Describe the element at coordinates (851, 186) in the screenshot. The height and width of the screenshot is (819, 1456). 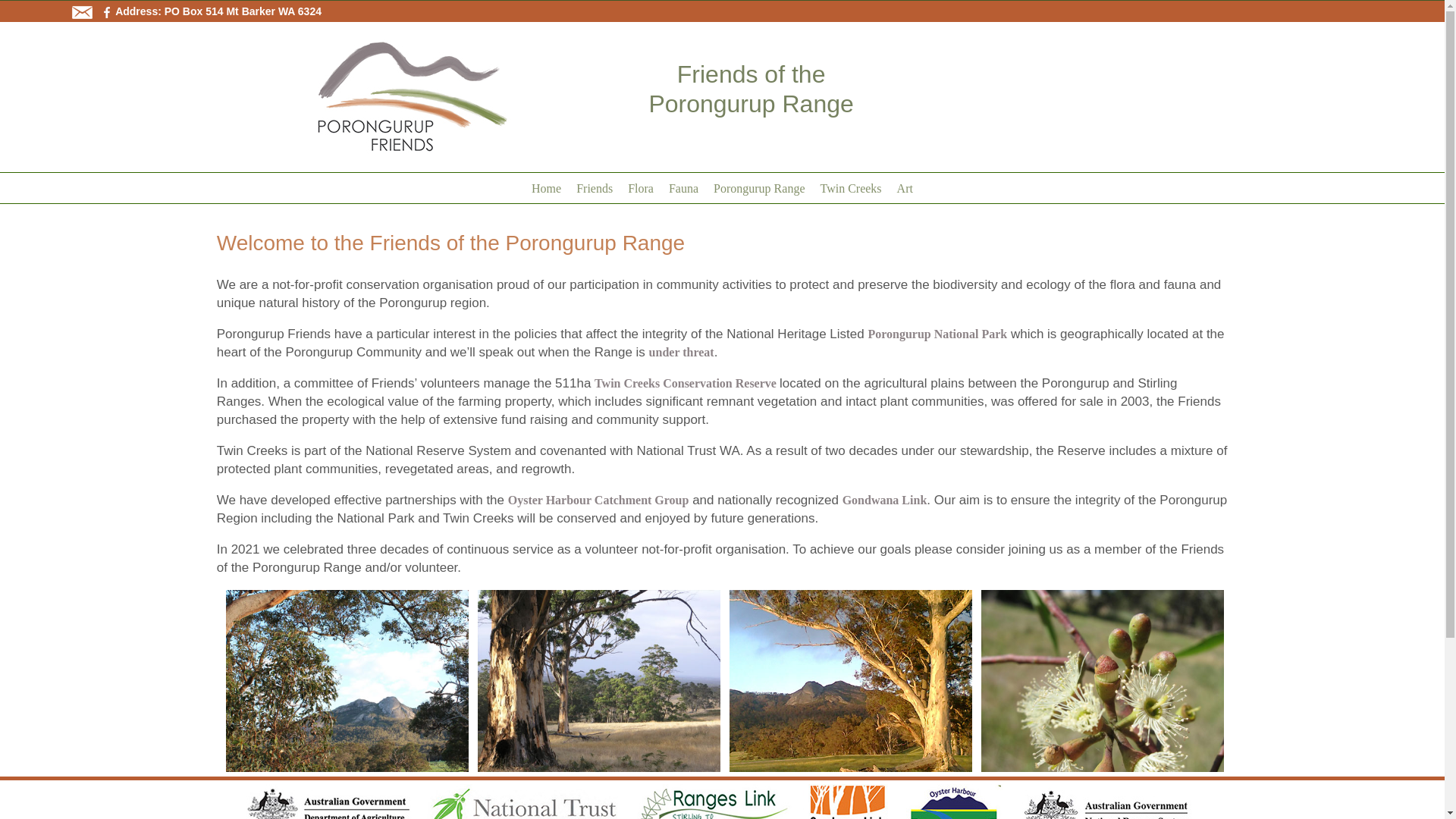
I see `'Twin Creeks'` at that location.